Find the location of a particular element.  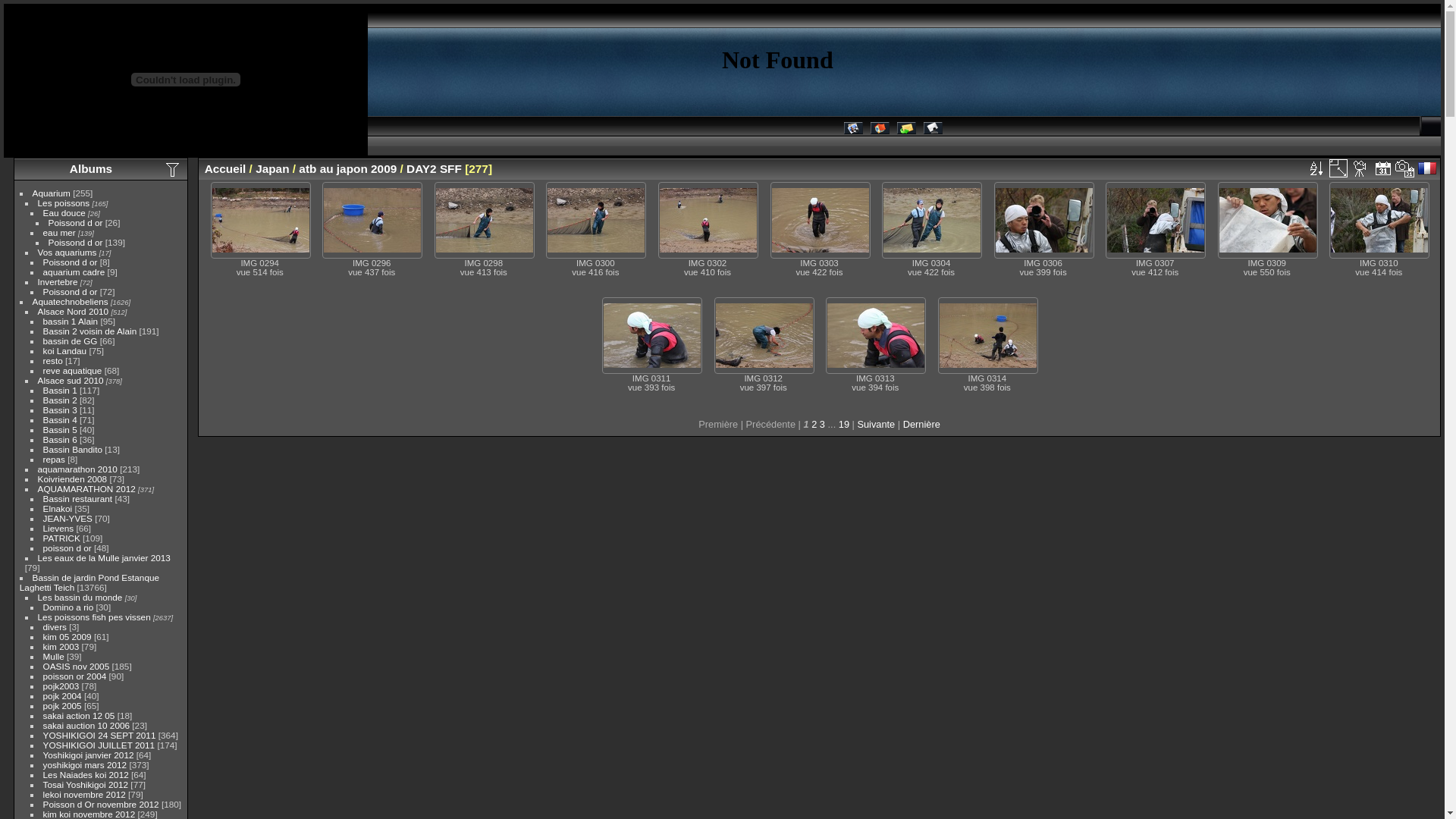

'Tosai Yoshikigoi 2012' is located at coordinates (85, 784).